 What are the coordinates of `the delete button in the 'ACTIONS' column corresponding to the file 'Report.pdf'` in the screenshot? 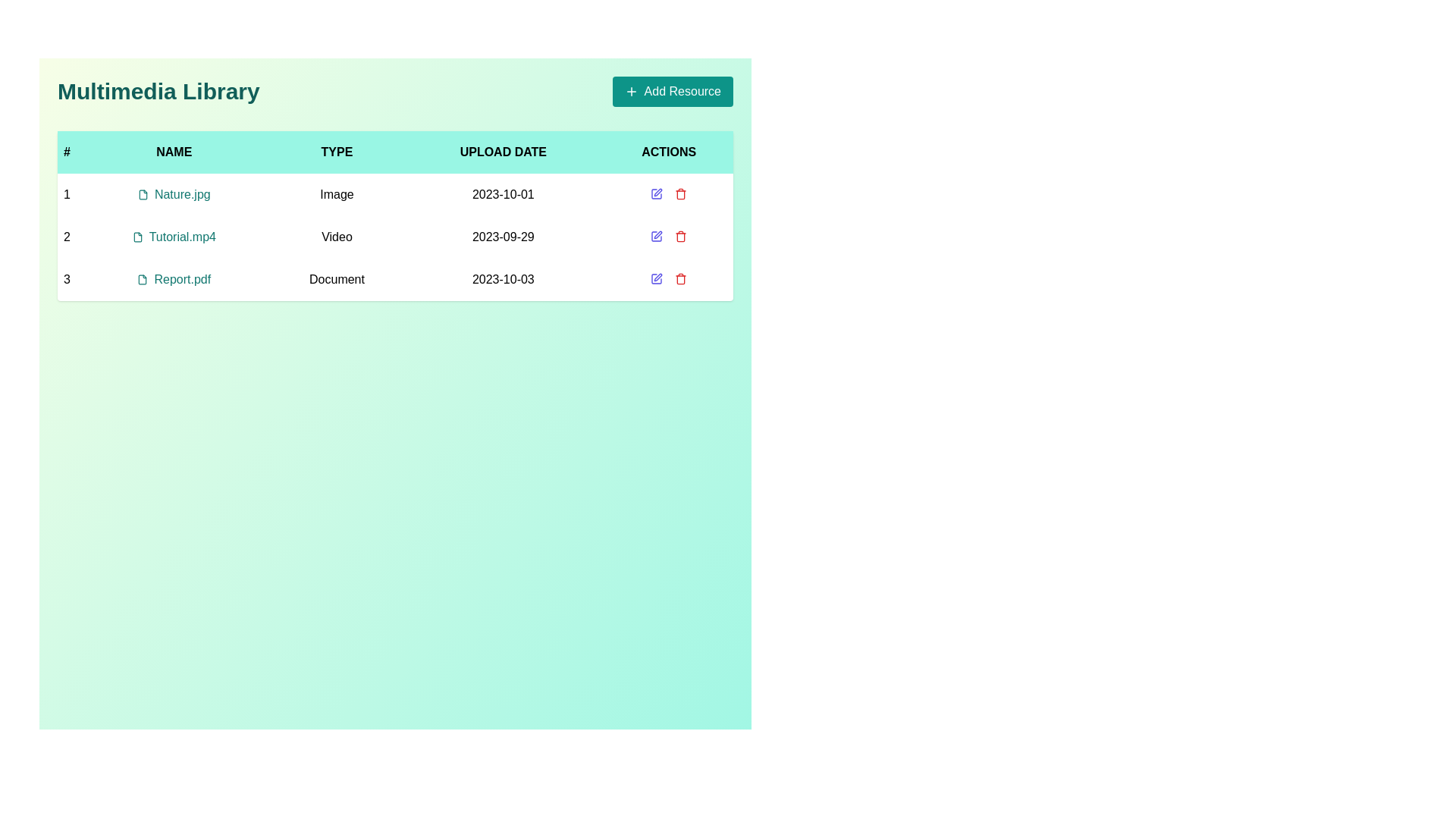 It's located at (680, 278).